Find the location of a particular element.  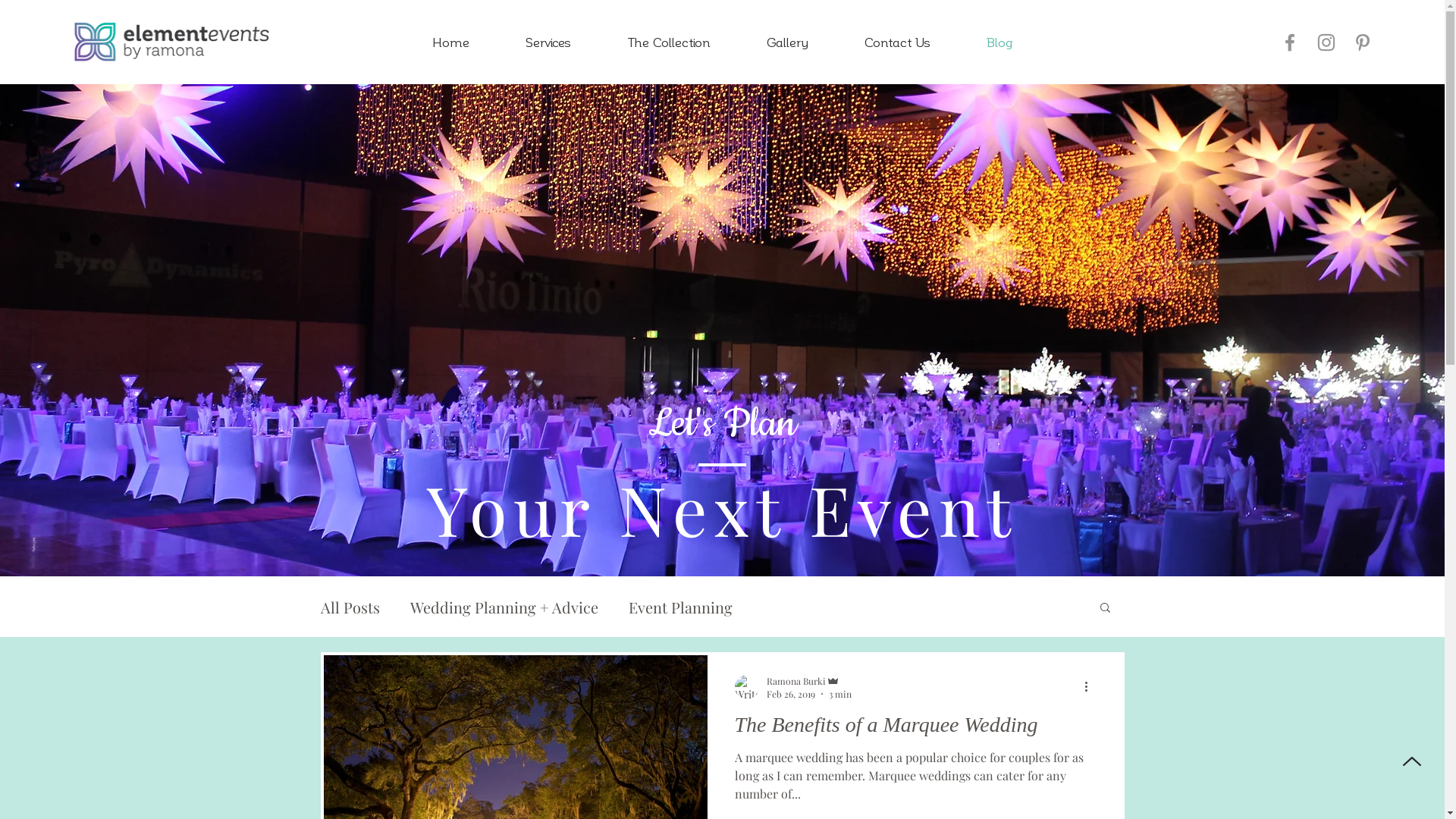

'Gallery' is located at coordinates (787, 40).